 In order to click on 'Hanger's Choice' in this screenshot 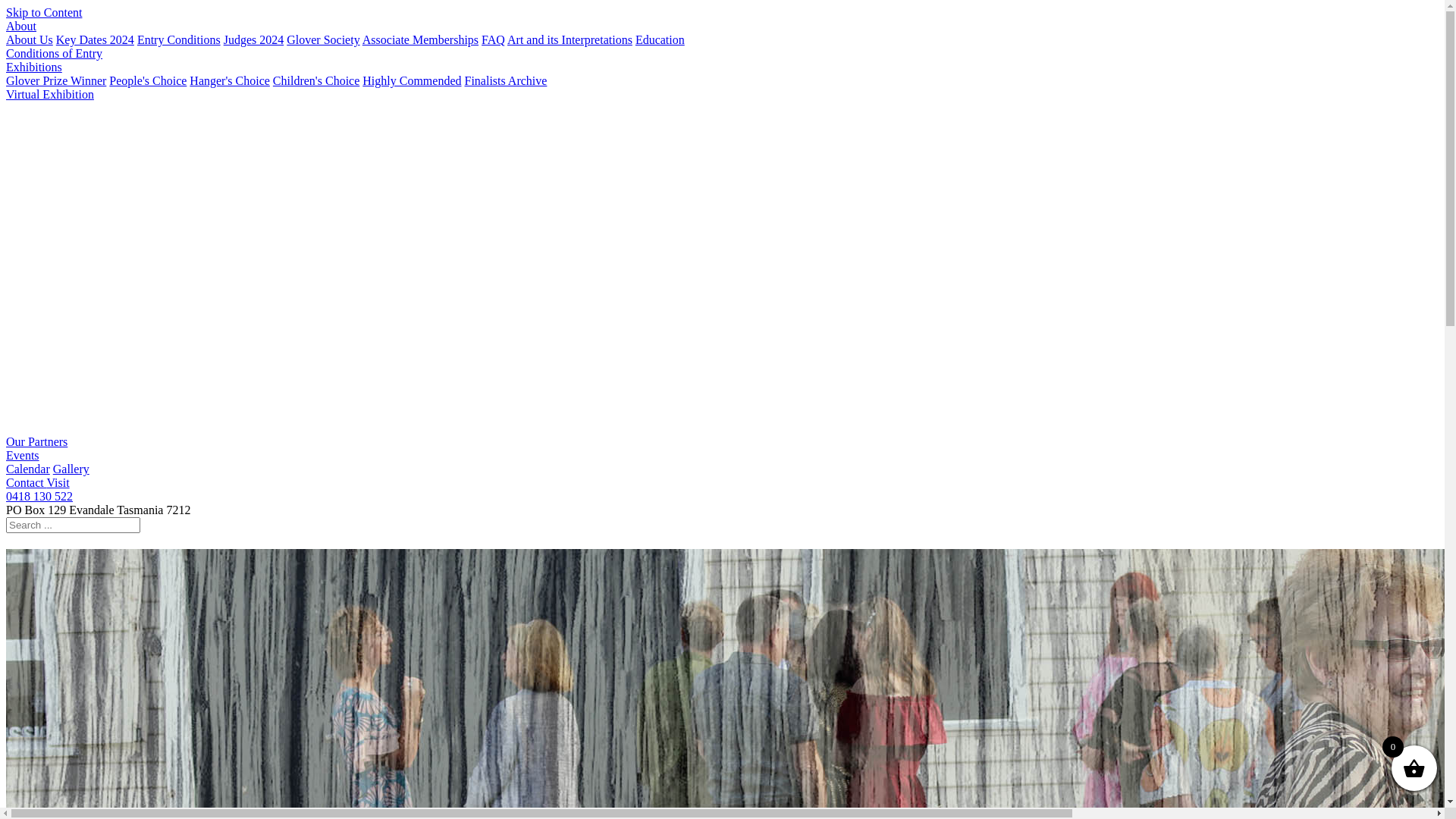, I will do `click(228, 80)`.